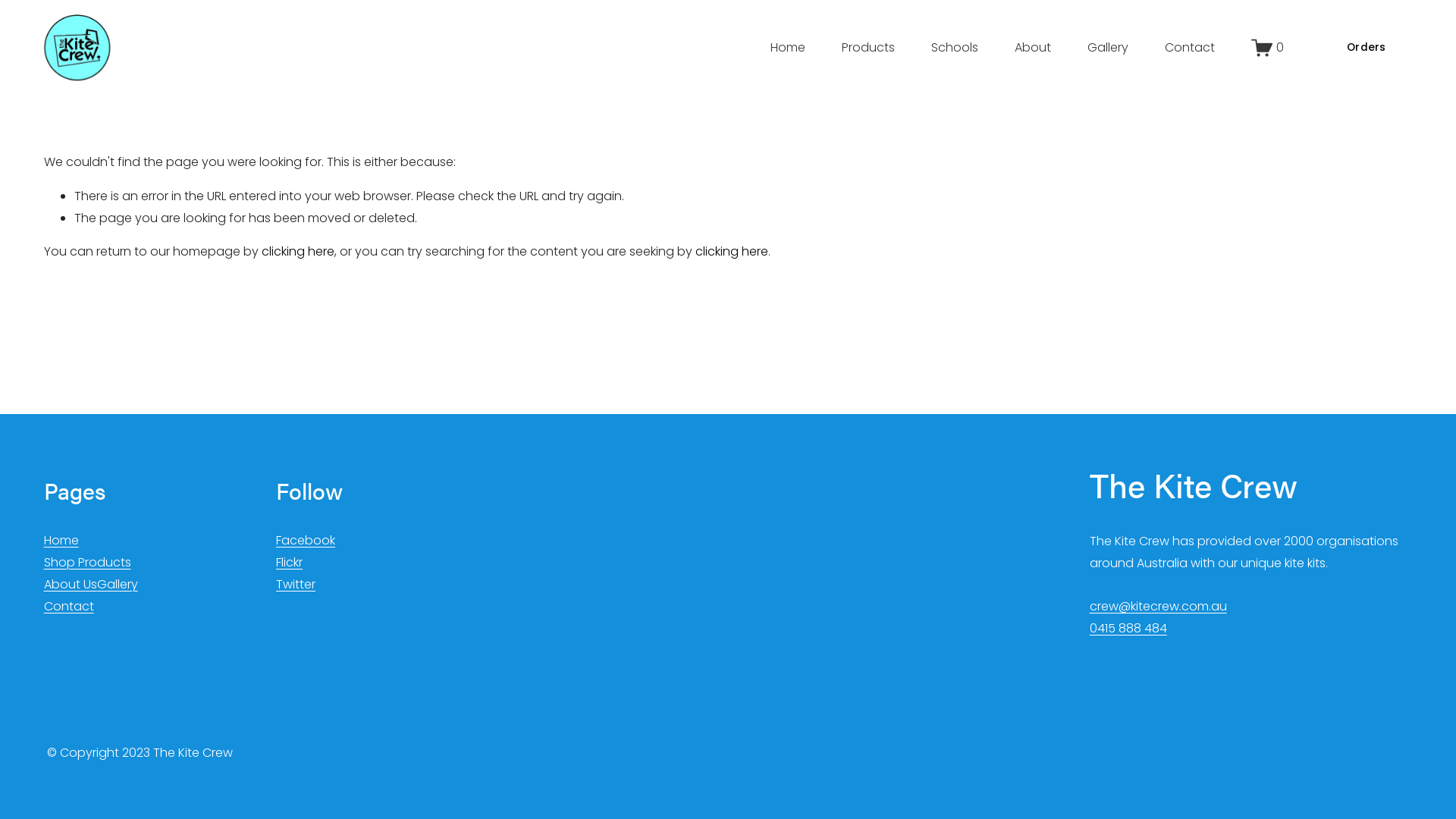 This screenshot has width=1456, height=819. What do you see at coordinates (298, 250) in the screenshot?
I see `'clicking here'` at bounding box center [298, 250].